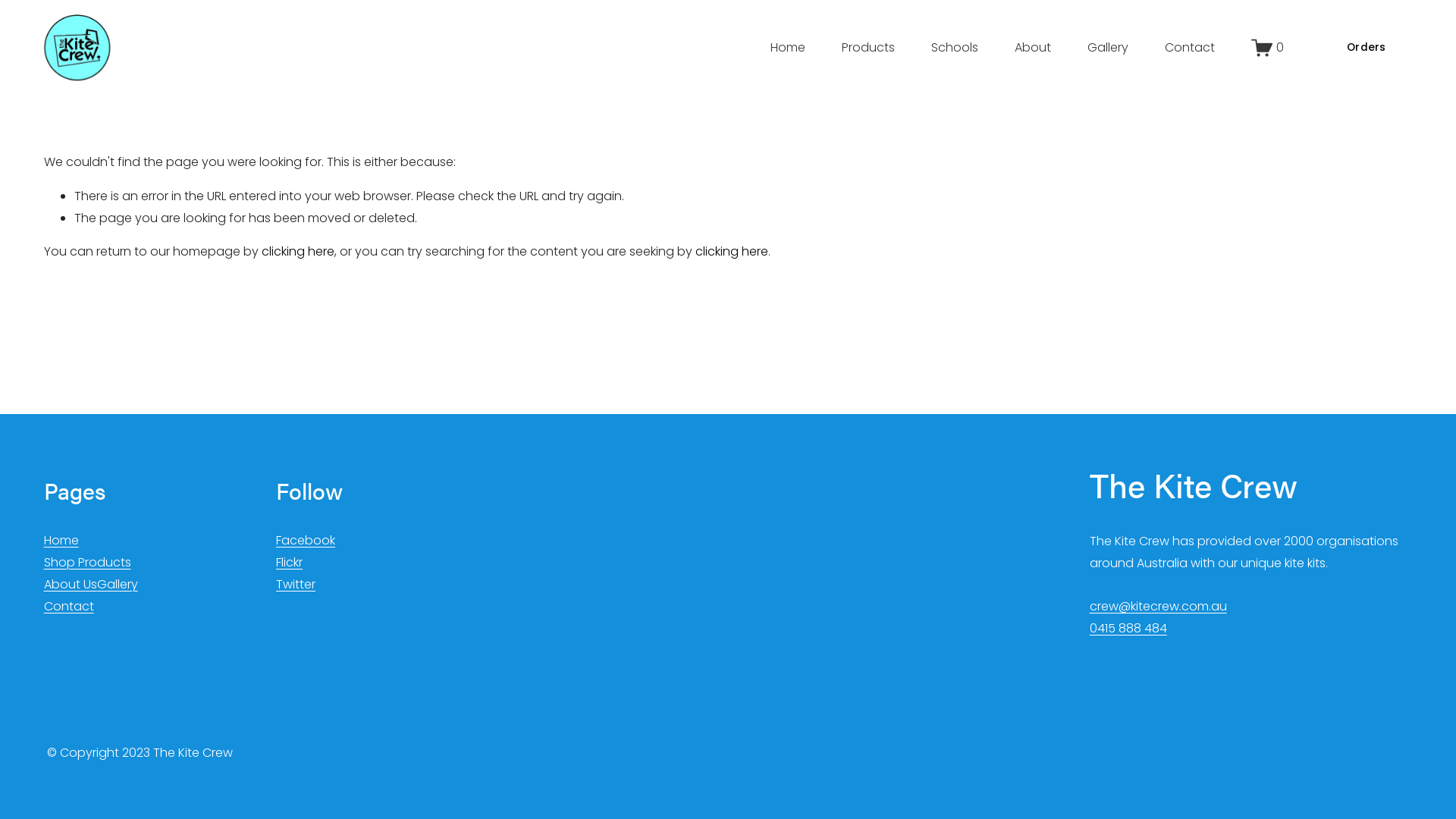 This screenshot has width=1456, height=819. What do you see at coordinates (298, 250) in the screenshot?
I see `'clicking here'` at bounding box center [298, 250].